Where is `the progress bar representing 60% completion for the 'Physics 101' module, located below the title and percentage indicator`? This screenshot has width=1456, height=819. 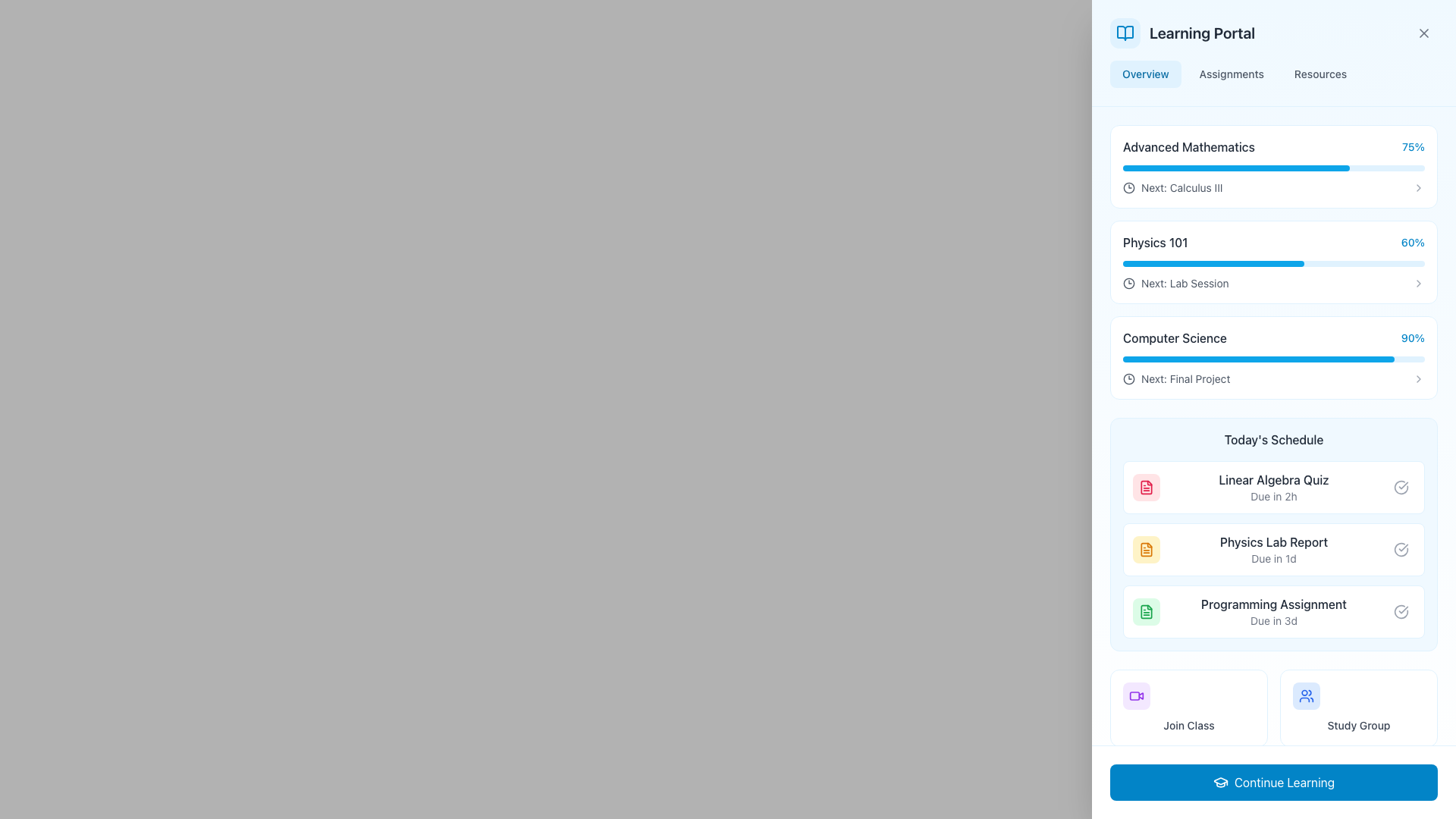 the progress bar representing 60% completion for the 'Physics 101' module, located below the title and percentage indicator is located at coordinates (1274, 262).